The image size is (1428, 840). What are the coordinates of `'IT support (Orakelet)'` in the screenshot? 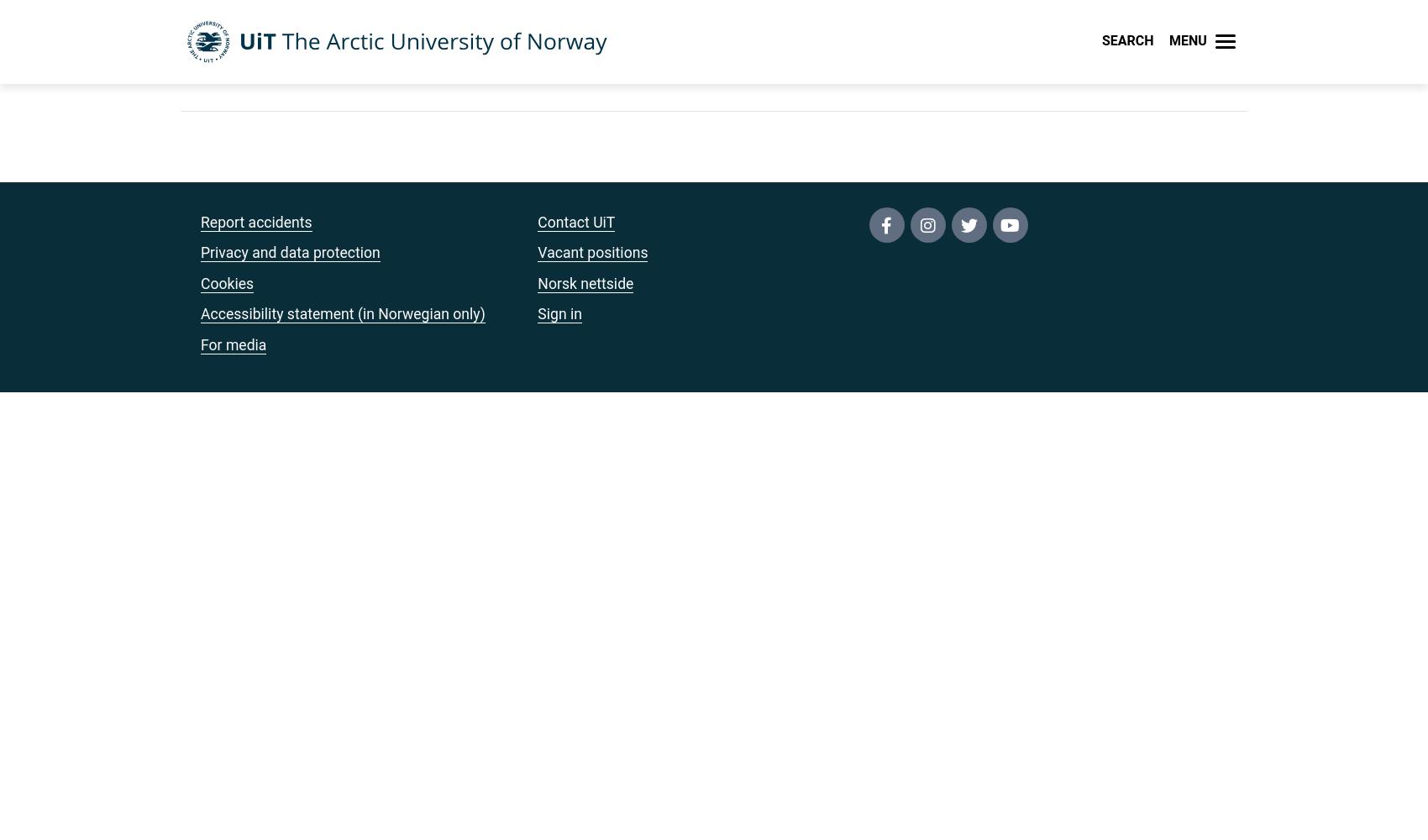 It's located at (716, 526).